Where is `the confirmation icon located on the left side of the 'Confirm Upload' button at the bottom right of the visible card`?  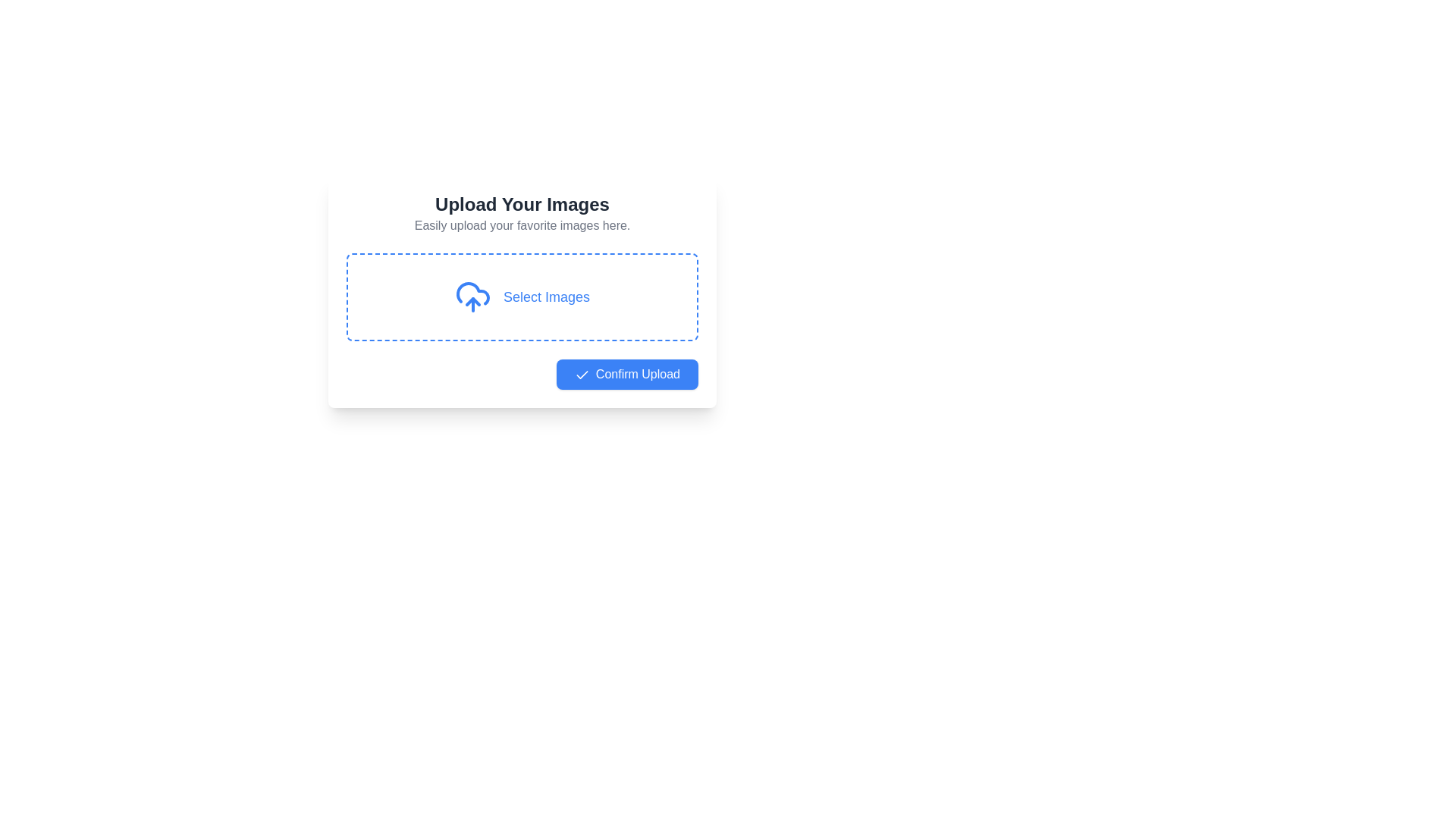
the confirmation icon located on the left side of the 'Confirm Upload' button at the bottom right of the visible card is located at coordinates (581, 375).